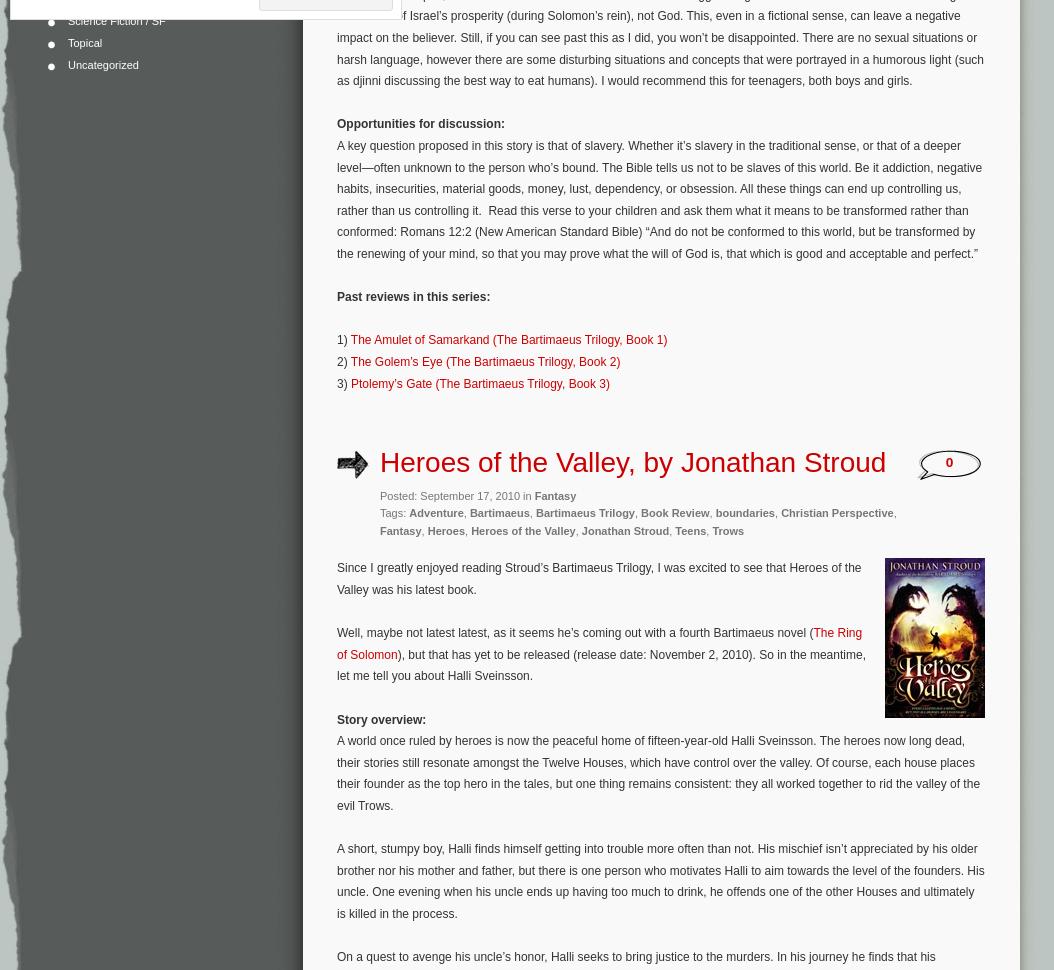 The height and width of the screenshot is (970, 1054). Describe the element at coordinates (633, 460) in the screenshot. I see `'Heroes of the Valley, by Jonathan Stroud'` at that location.